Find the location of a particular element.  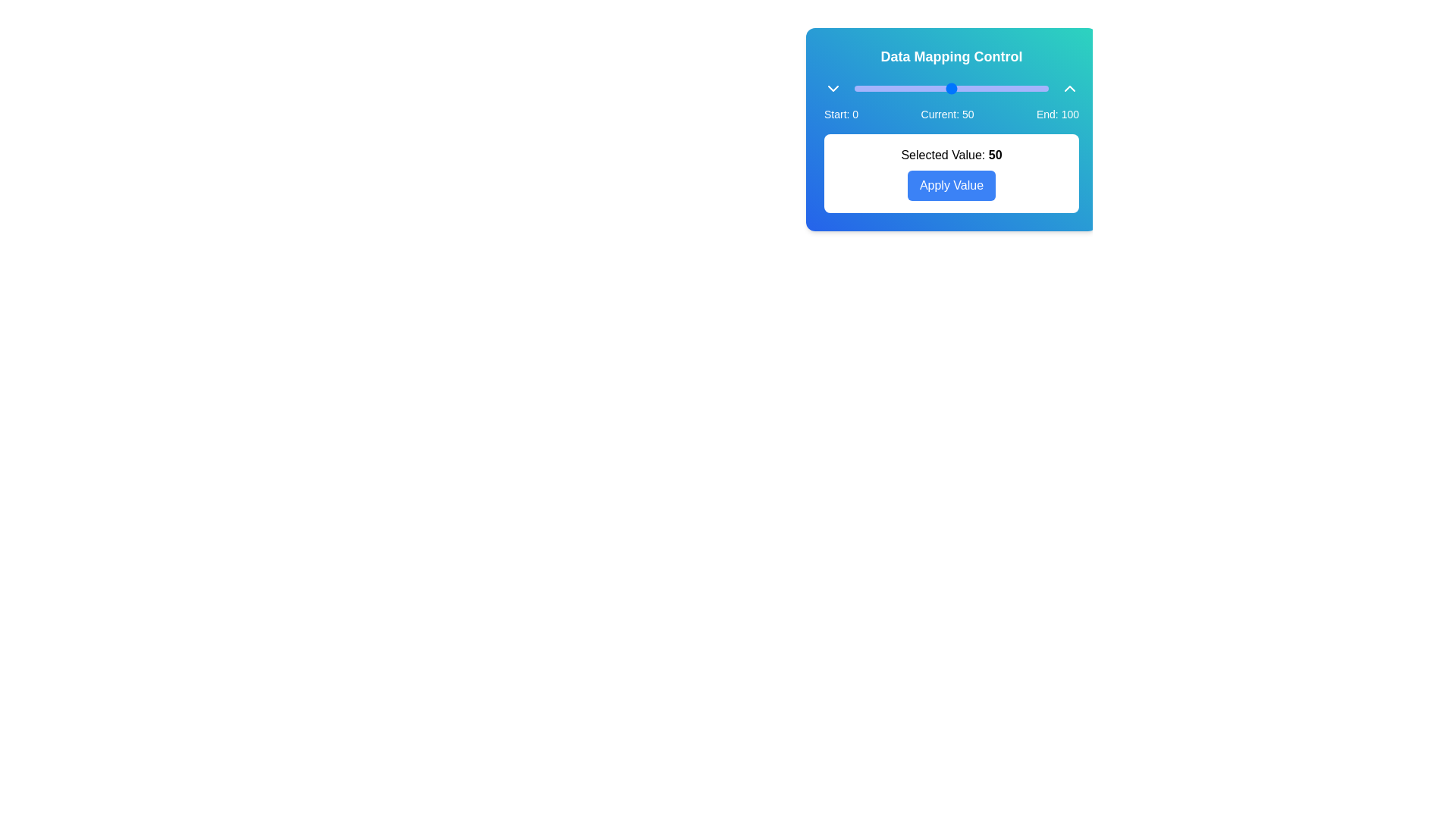

the slider is located at coordinates (988, 88).